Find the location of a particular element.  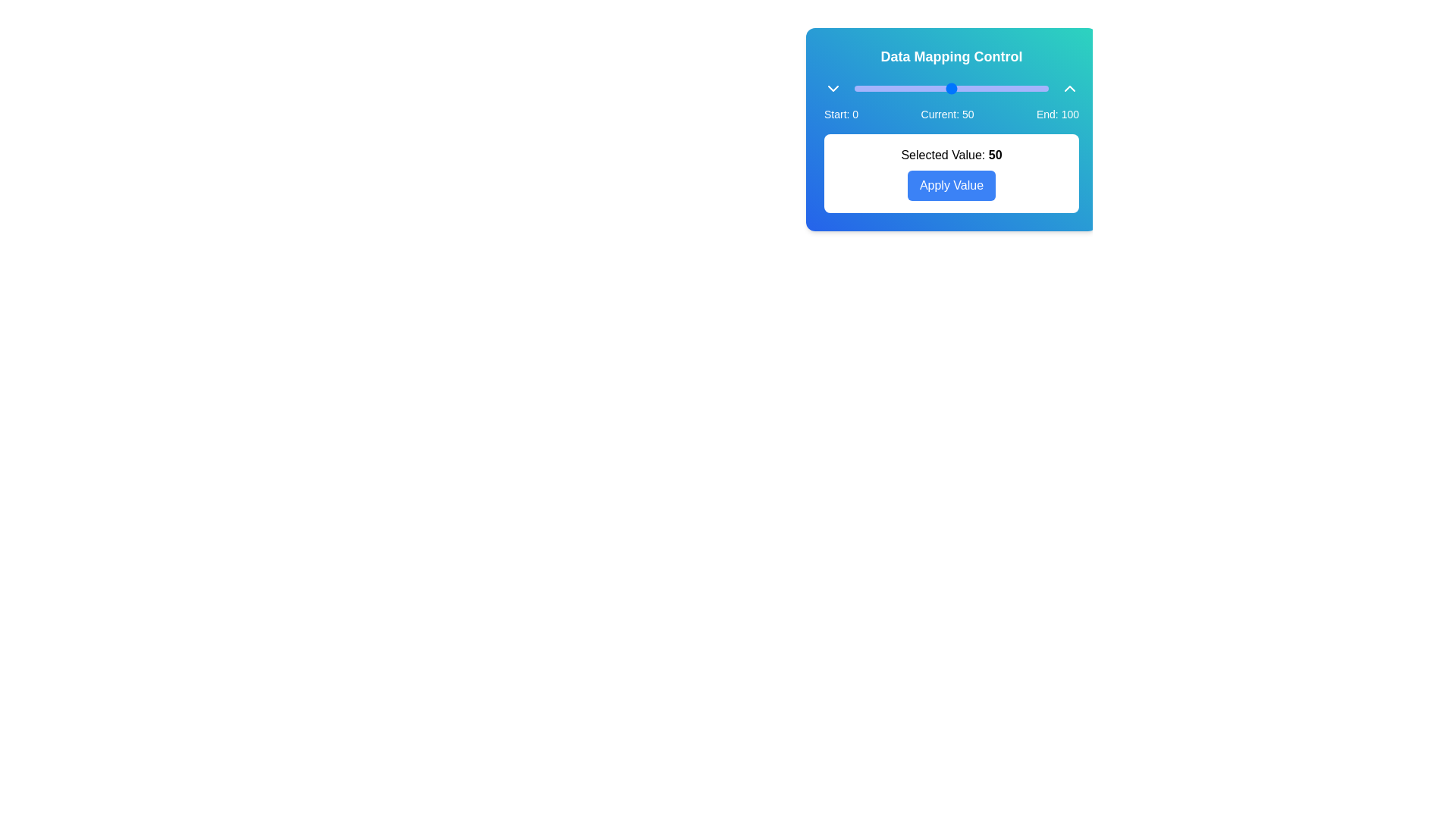

the slider is located at coordinates (988, 88).